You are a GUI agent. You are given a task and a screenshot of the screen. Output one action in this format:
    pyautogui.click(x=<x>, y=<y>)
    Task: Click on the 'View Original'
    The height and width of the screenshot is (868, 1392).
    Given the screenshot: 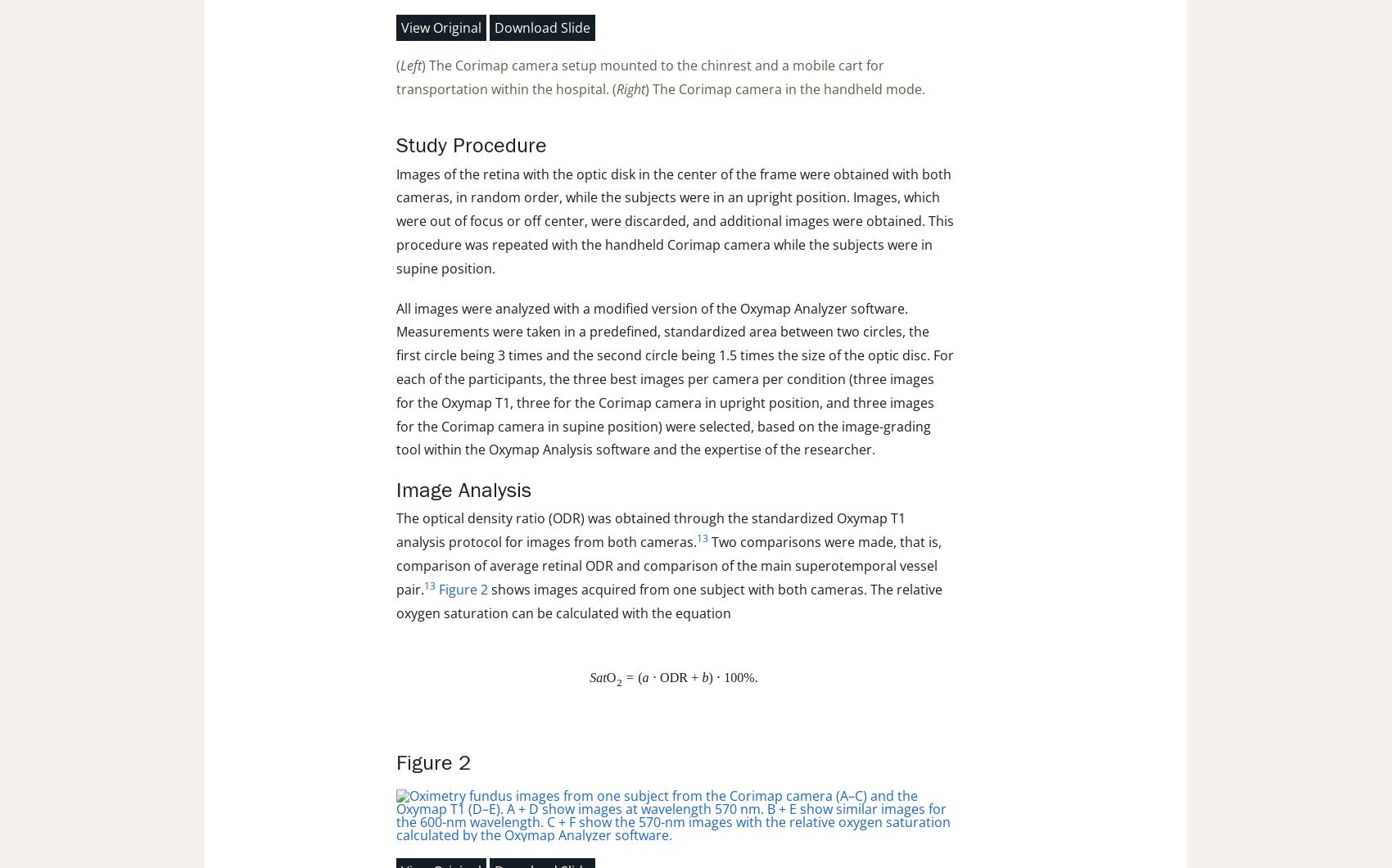 What is the action you would take?
    pyautogui.click(x=441, y=26)
    